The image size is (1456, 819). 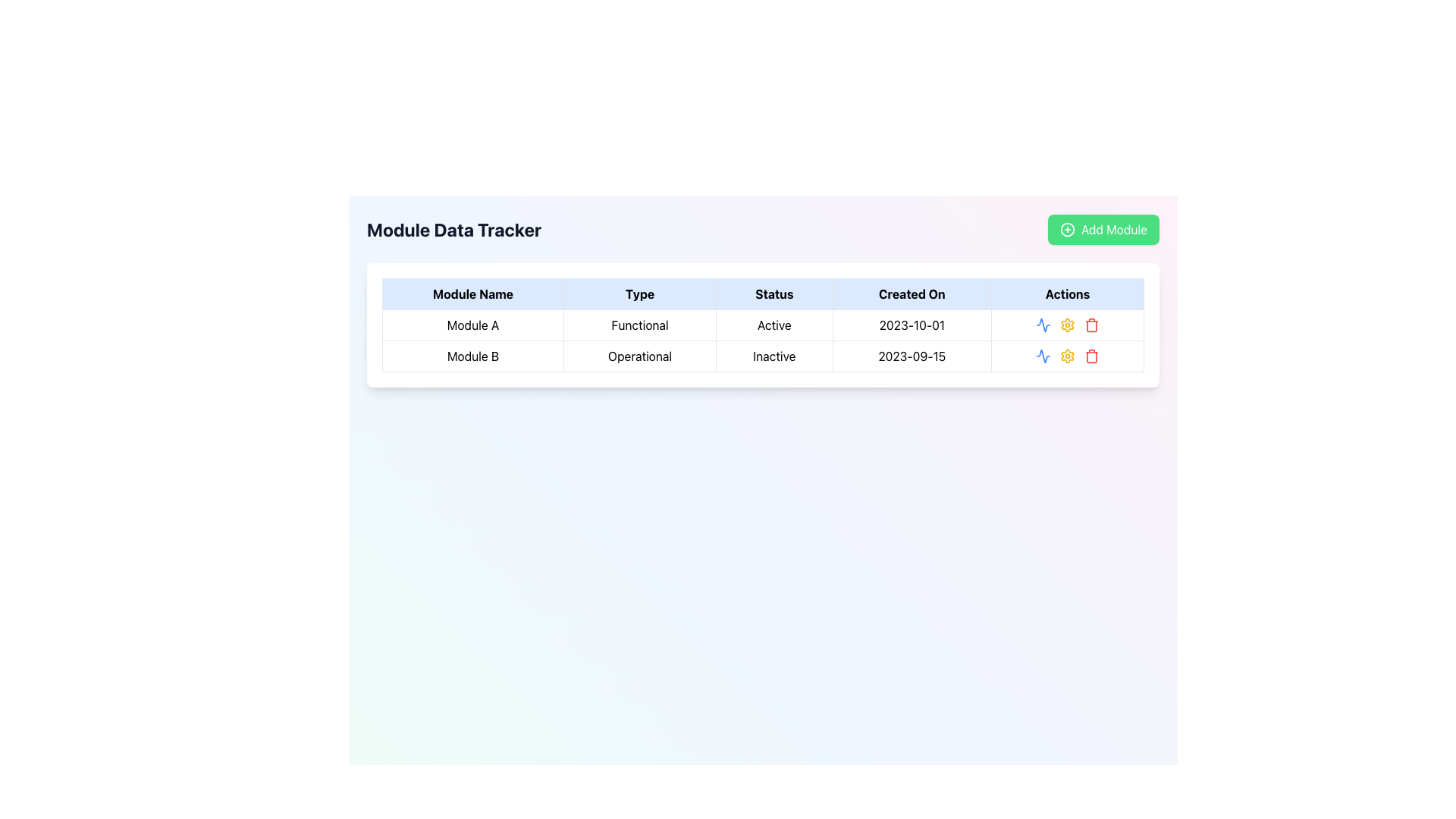 I want to click on the informational label indicating the operational status of 'Module B' located in the second row under the 'Type' column of the table, so click(x=640, y=356).